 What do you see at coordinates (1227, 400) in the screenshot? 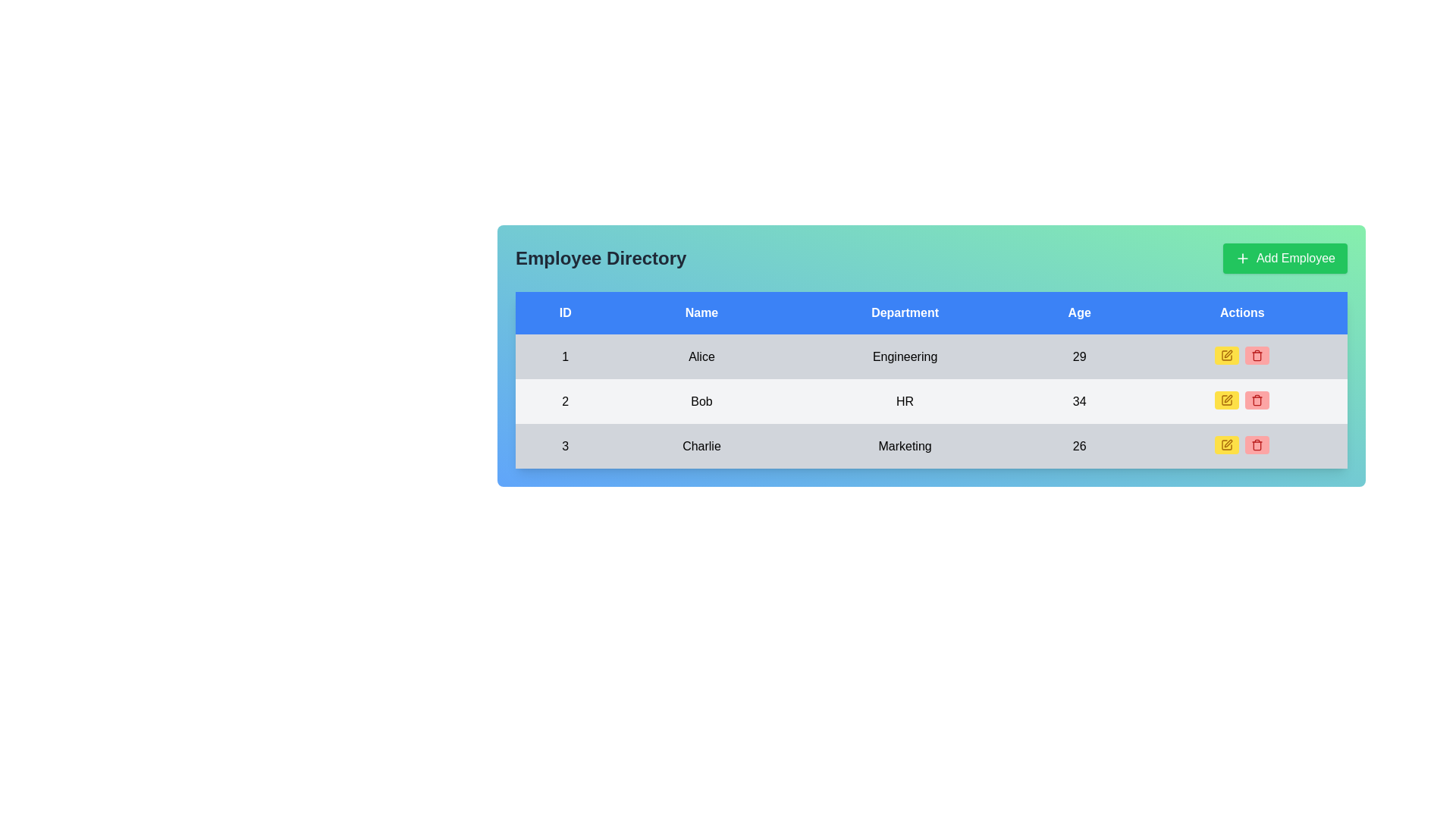
I see `the yellow pen icon button in the Actions column of the second row for the record of 'Bob'` at bounding box center [1227, 400].